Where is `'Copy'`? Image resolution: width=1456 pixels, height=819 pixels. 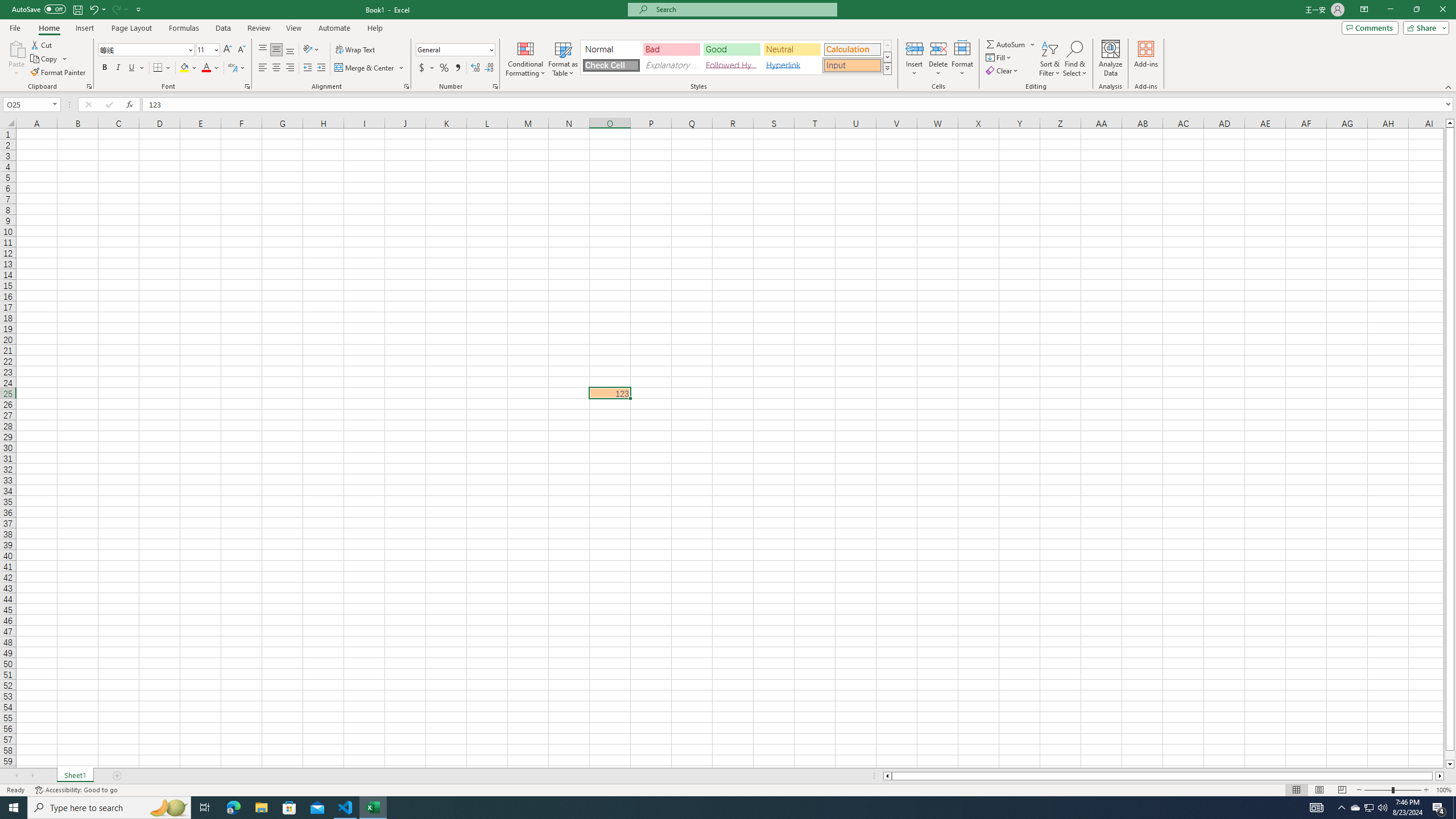 'Copy' is located at coordinates (49, 59).